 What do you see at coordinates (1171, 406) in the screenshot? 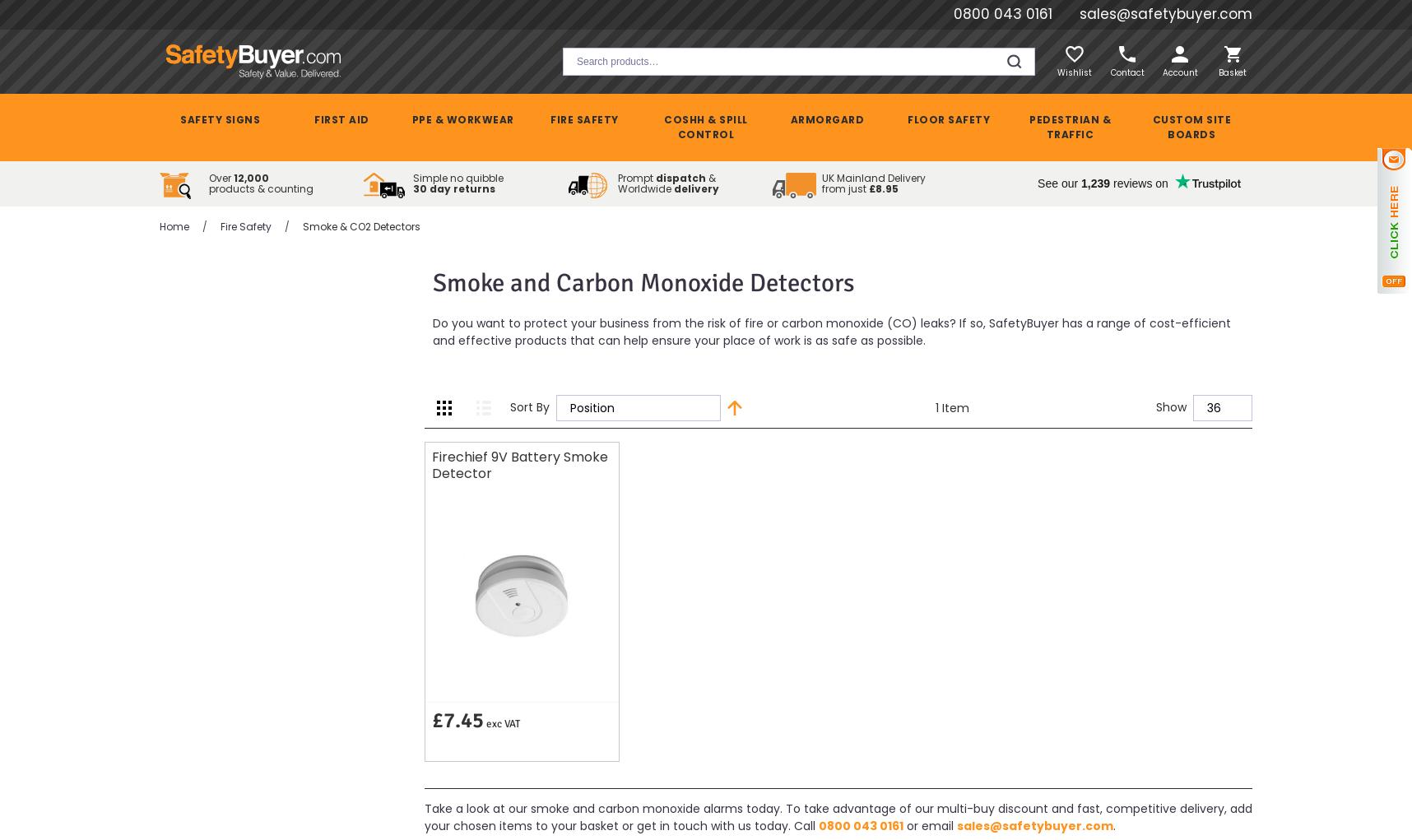
I see `'Show'` at bounding box center [1171, 406].